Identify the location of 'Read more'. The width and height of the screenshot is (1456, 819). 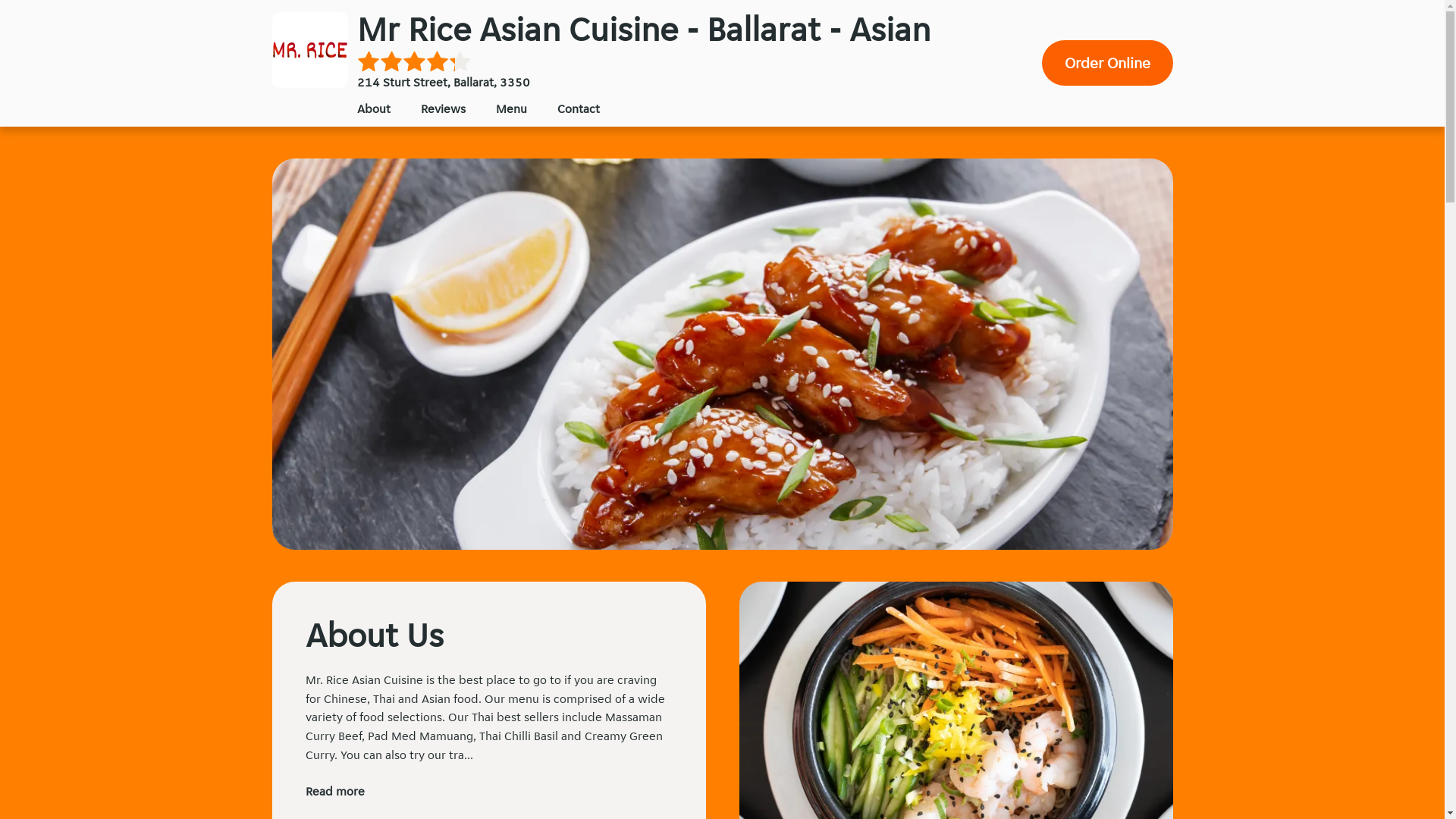
(334, 790).